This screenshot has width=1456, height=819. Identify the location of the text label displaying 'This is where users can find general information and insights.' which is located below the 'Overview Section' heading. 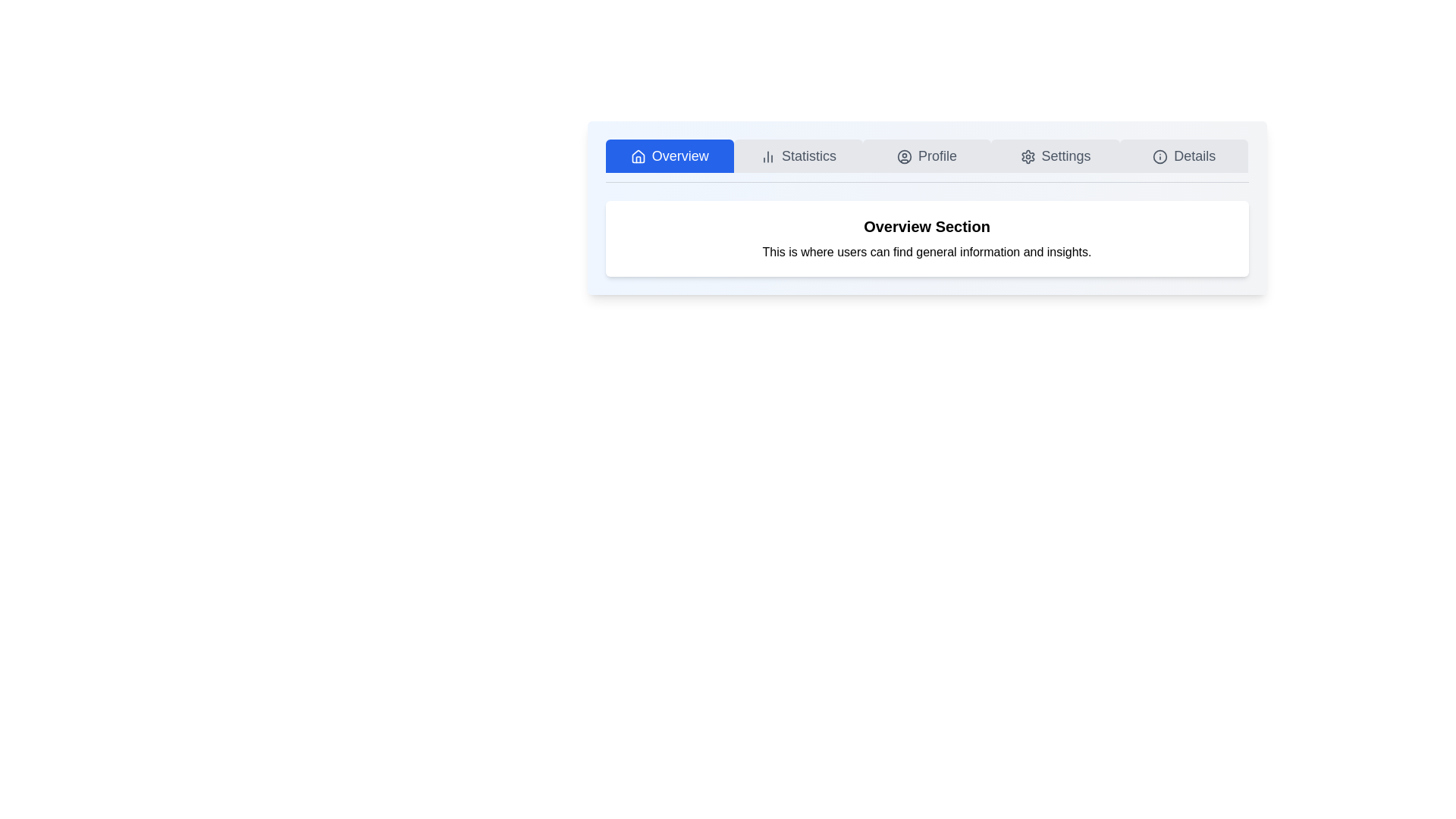
(926, 251).